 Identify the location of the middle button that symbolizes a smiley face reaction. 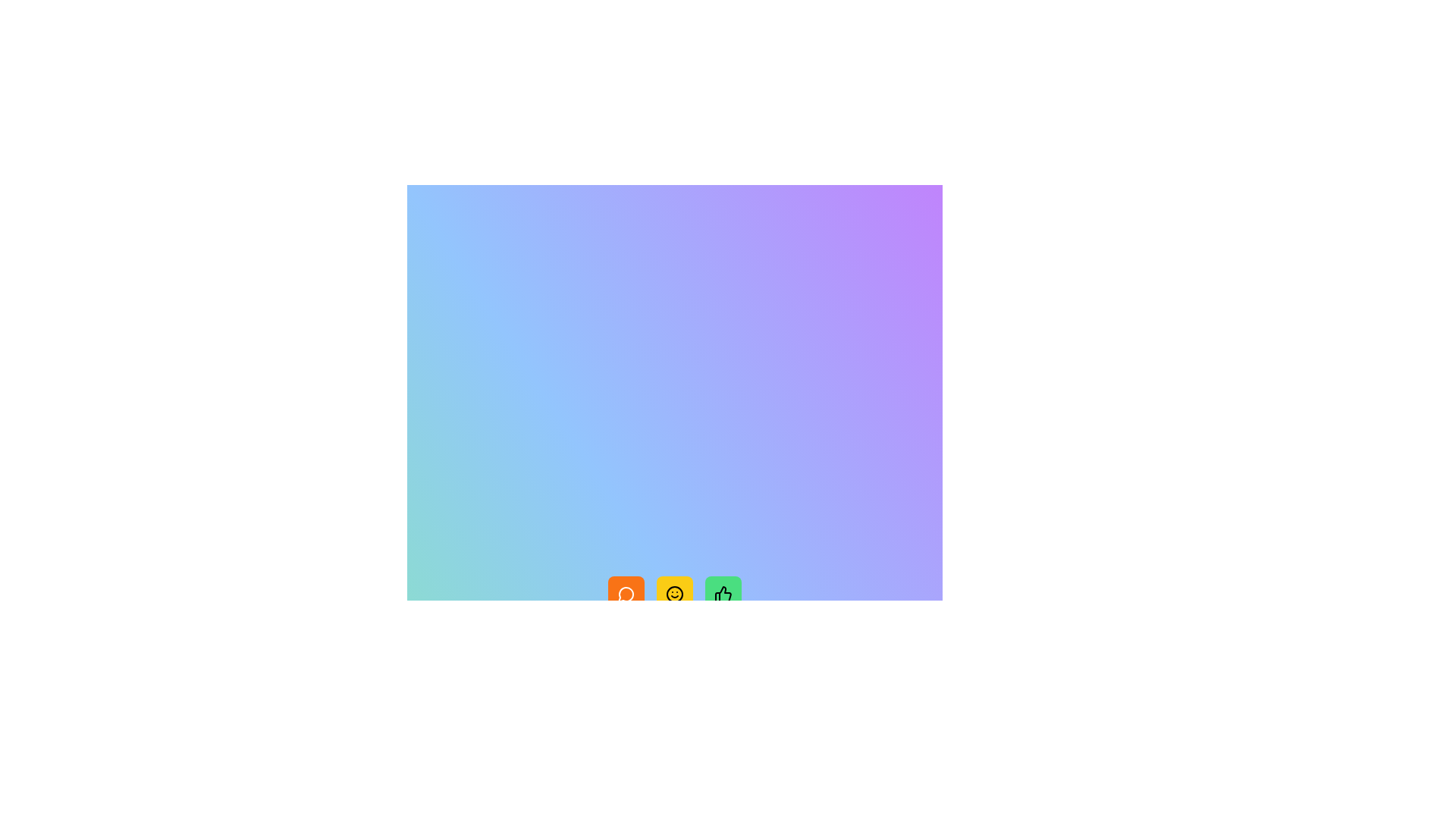
(673, 593).